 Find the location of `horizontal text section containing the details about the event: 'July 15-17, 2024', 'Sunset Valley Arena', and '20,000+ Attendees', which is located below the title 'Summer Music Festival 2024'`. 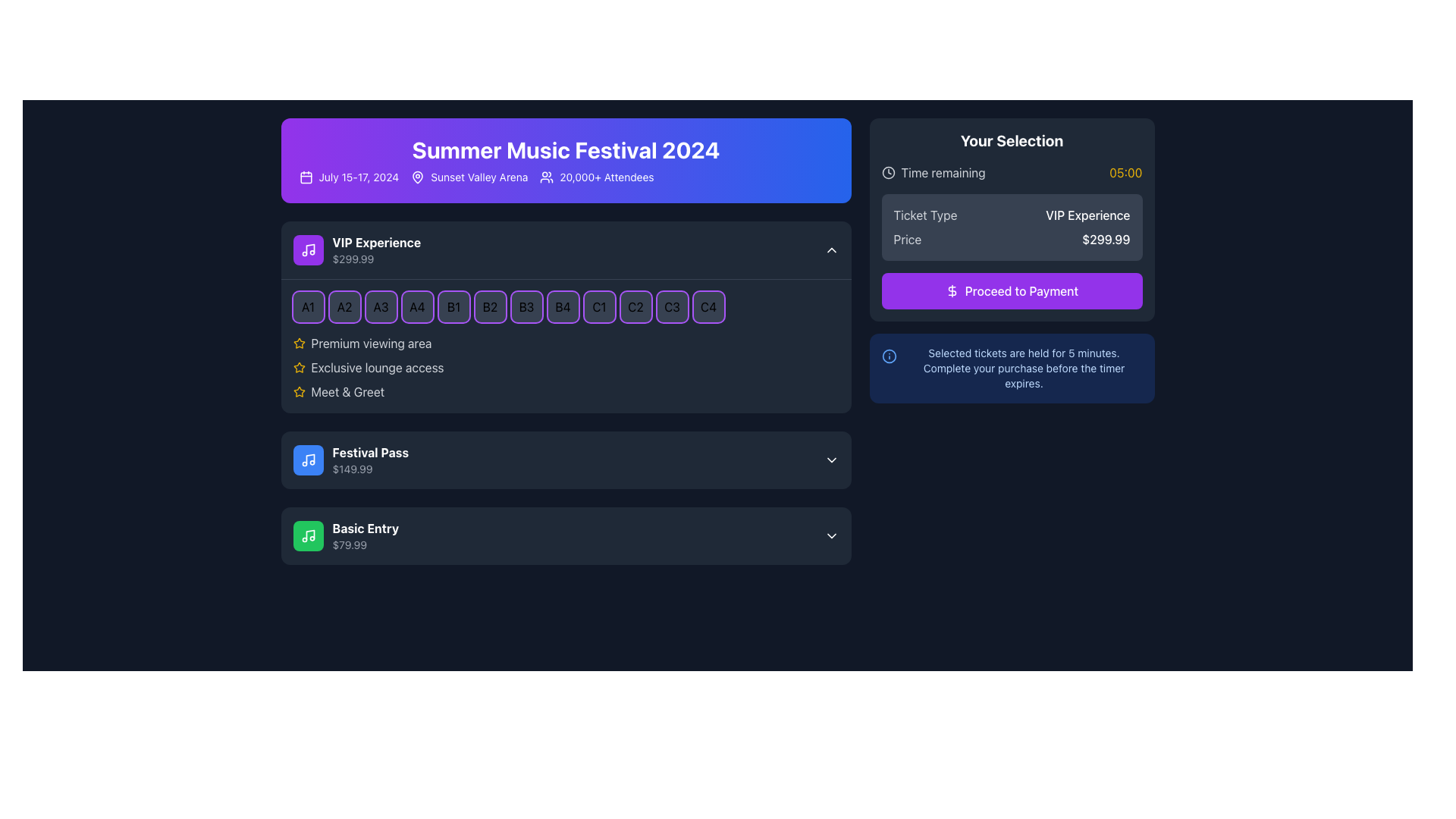

horizontal text section containing the details about the event: 'July 15-17, 2024', 'Sunset Valley Arena', and '20,000+ Attendees', which is located below the title 'Summer Music Festival 2024' is located at coordinates (565, 177).